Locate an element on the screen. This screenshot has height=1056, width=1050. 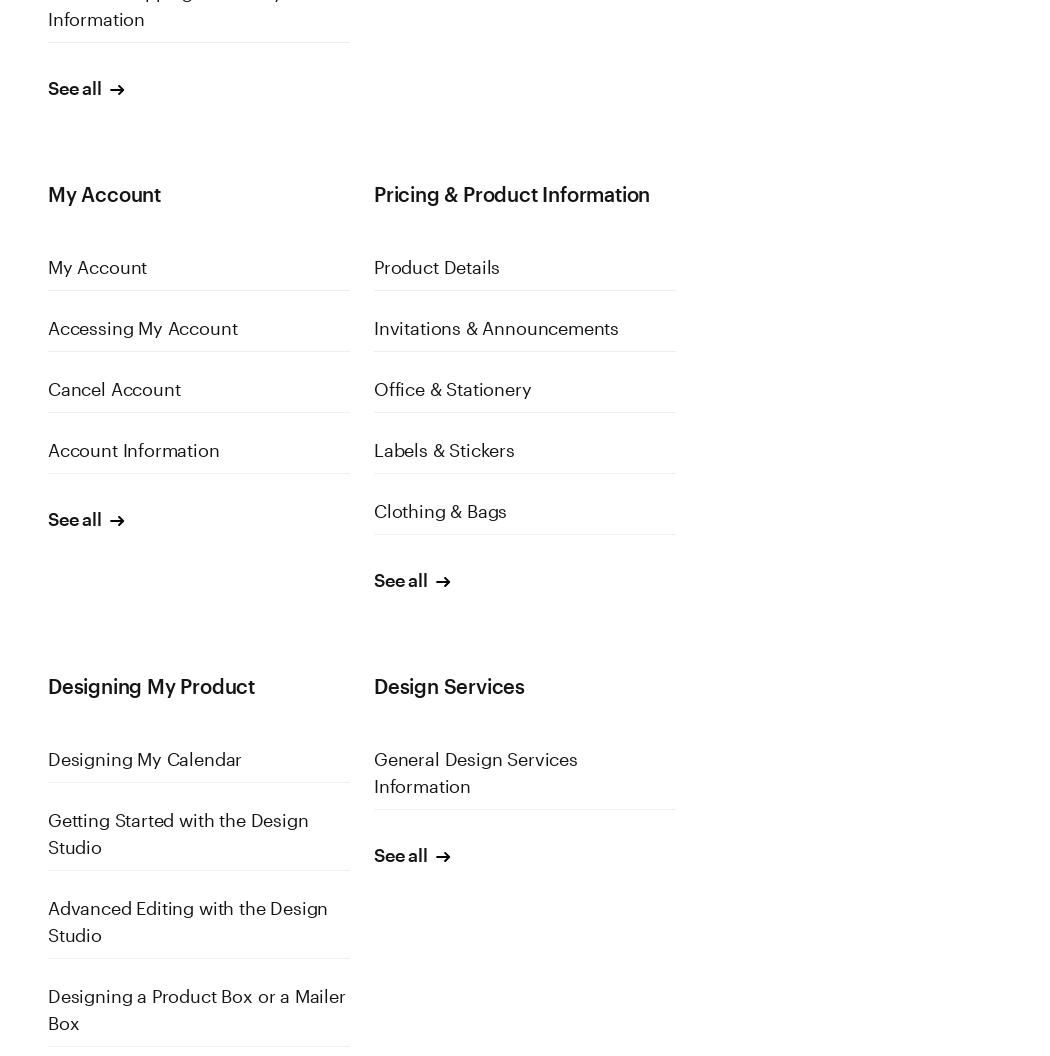
'Designing My Calendar' is located at coordinates (46, 758).